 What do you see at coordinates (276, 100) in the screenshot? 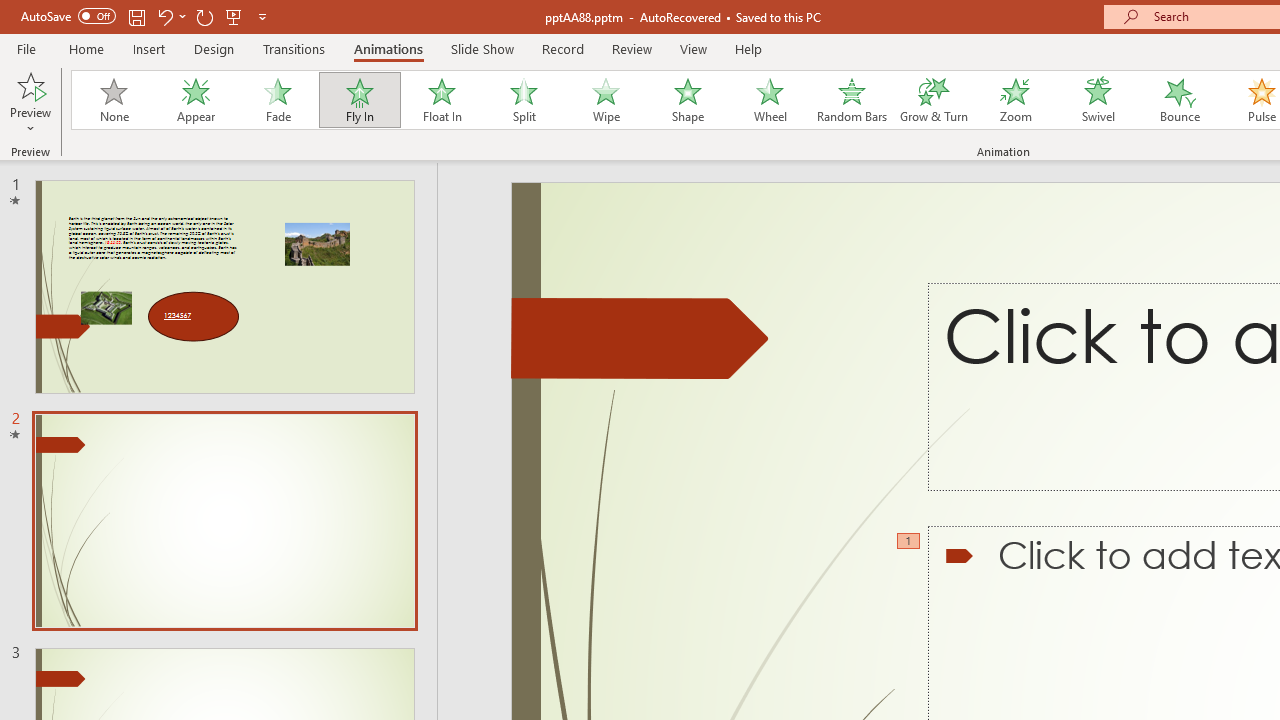
I see `'Fade'` at bounding box center [276, 100].